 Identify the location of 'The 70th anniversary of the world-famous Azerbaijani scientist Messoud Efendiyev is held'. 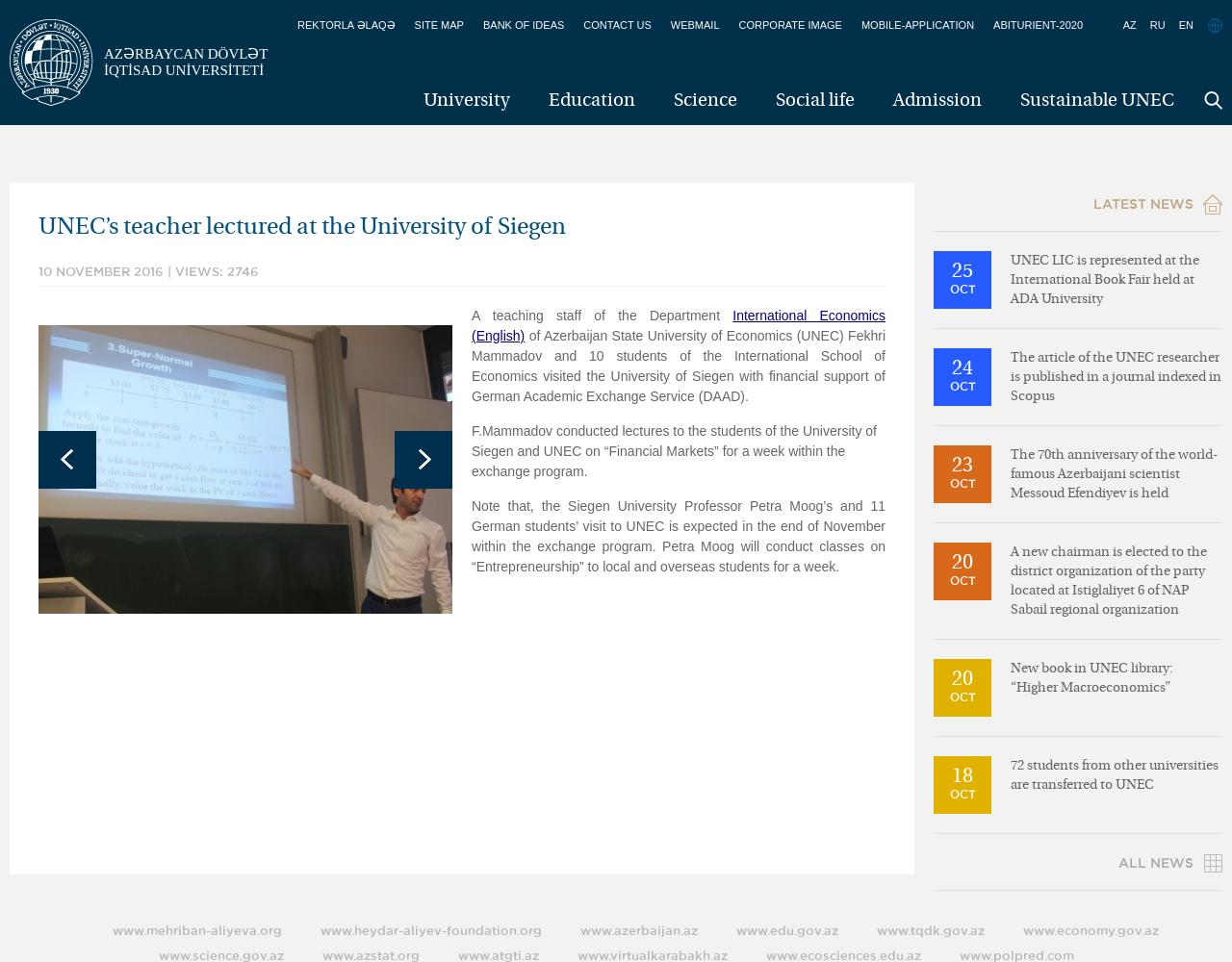
(1114, 472).